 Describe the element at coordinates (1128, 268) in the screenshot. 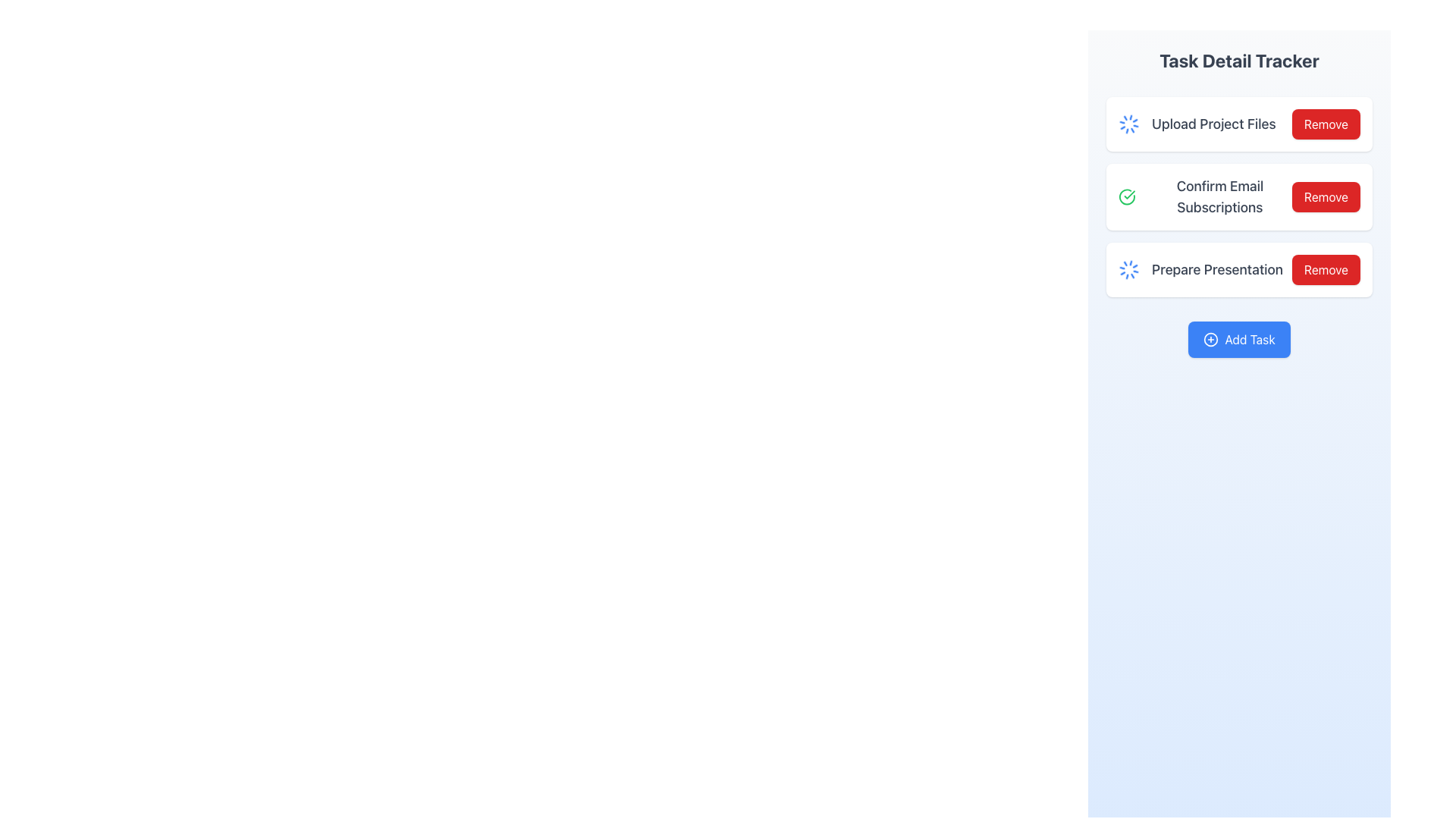

I see `the animated visual loader icon indicating the processing status of the 'Prepare Presentation' task, located to the left of the task label` at that location.